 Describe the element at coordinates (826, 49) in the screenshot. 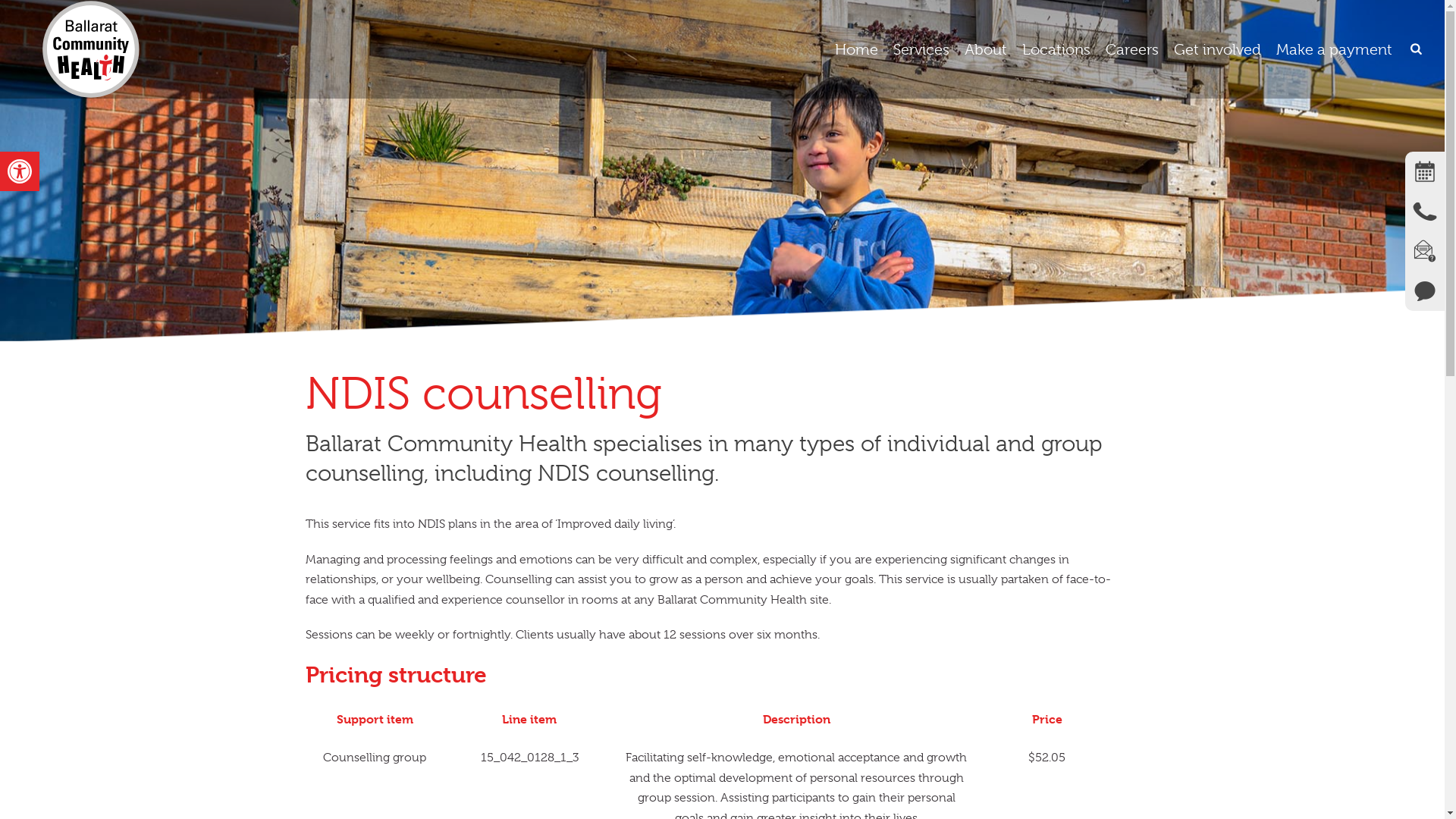

I see `'Home'` at that location.